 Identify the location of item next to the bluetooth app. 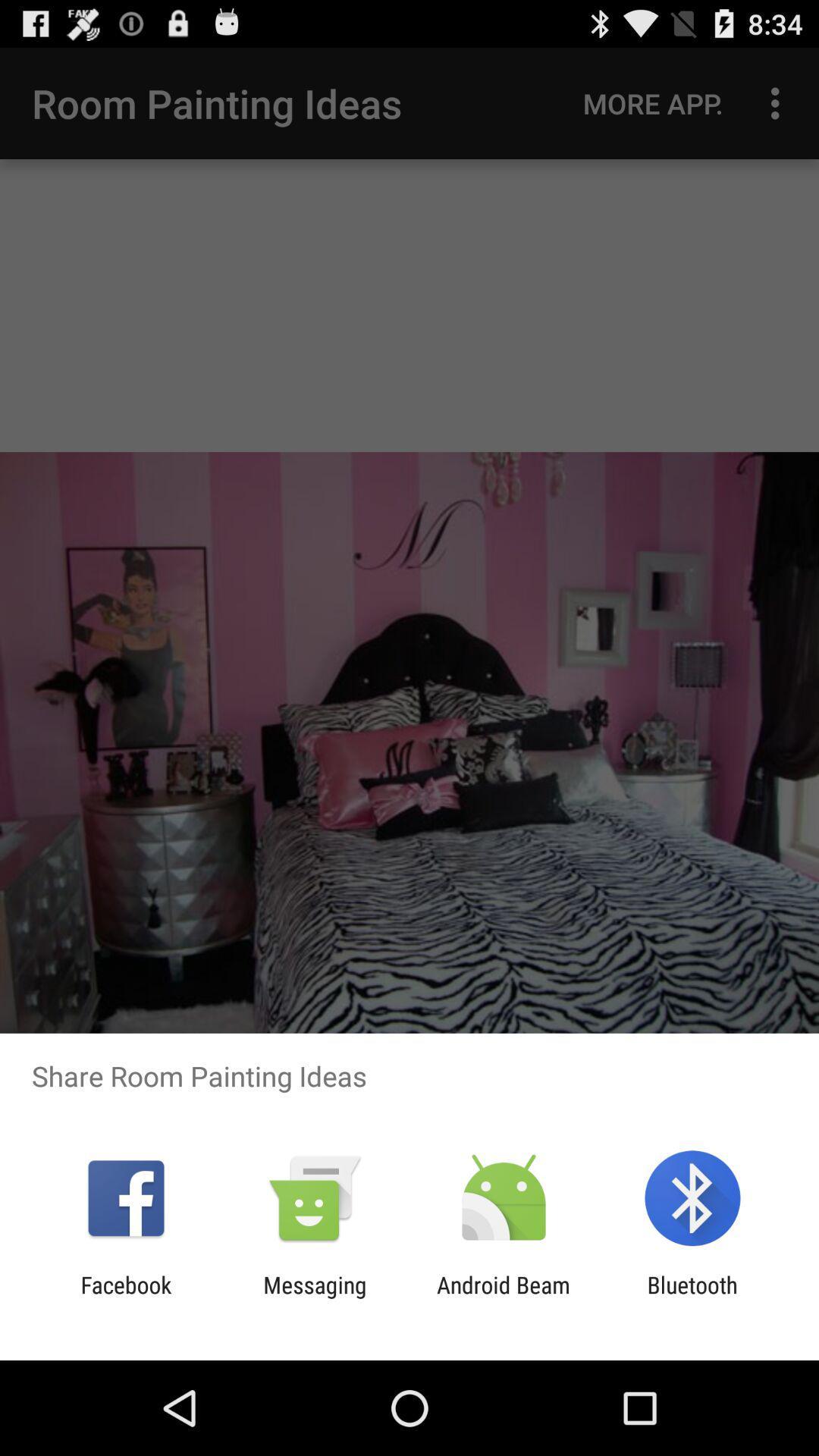
(504, 1298).